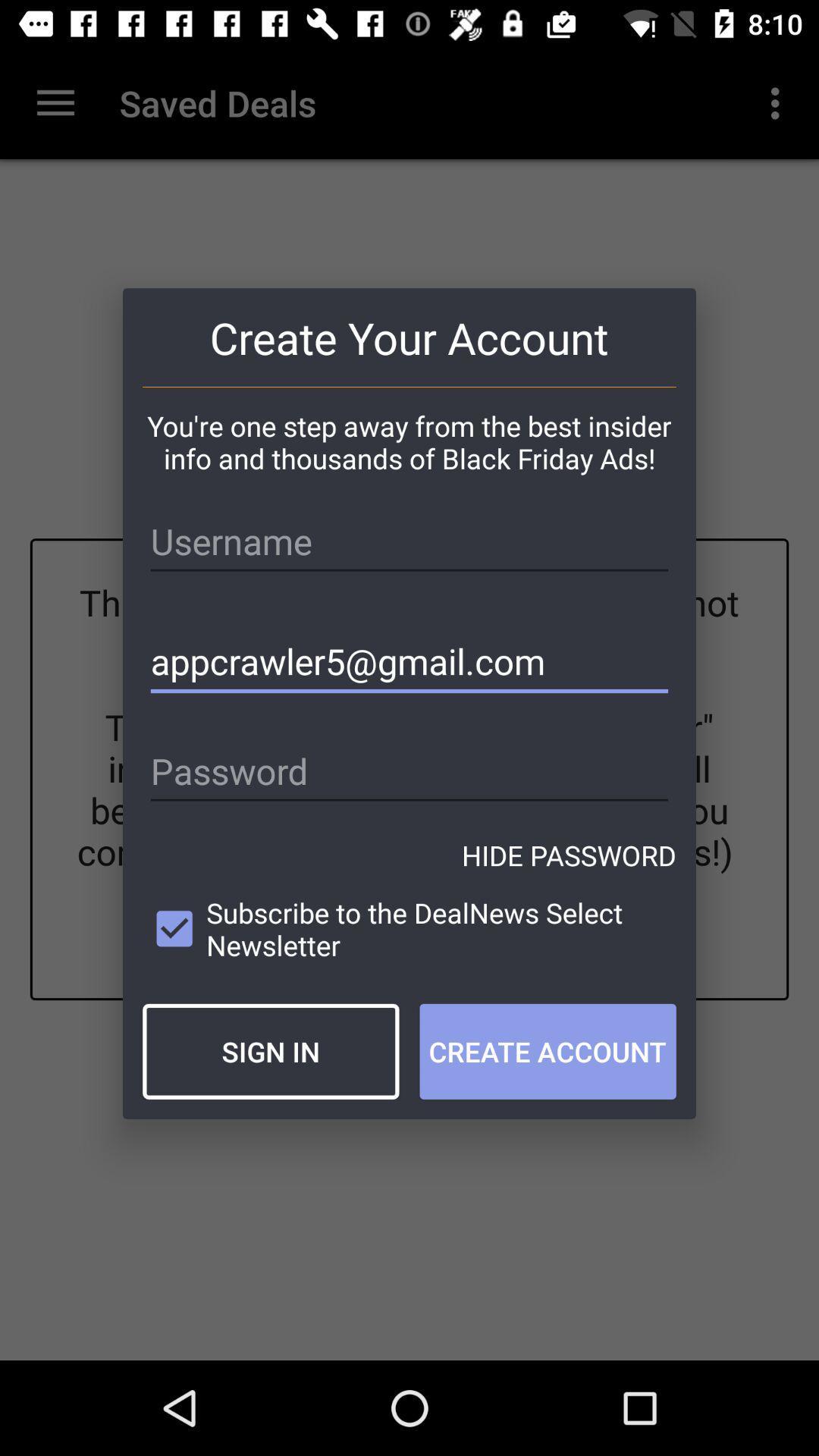  What do you see at coordinates (409, 928) in the screenshot?
I see `item above the sign in` at bounding box center [409, 928].